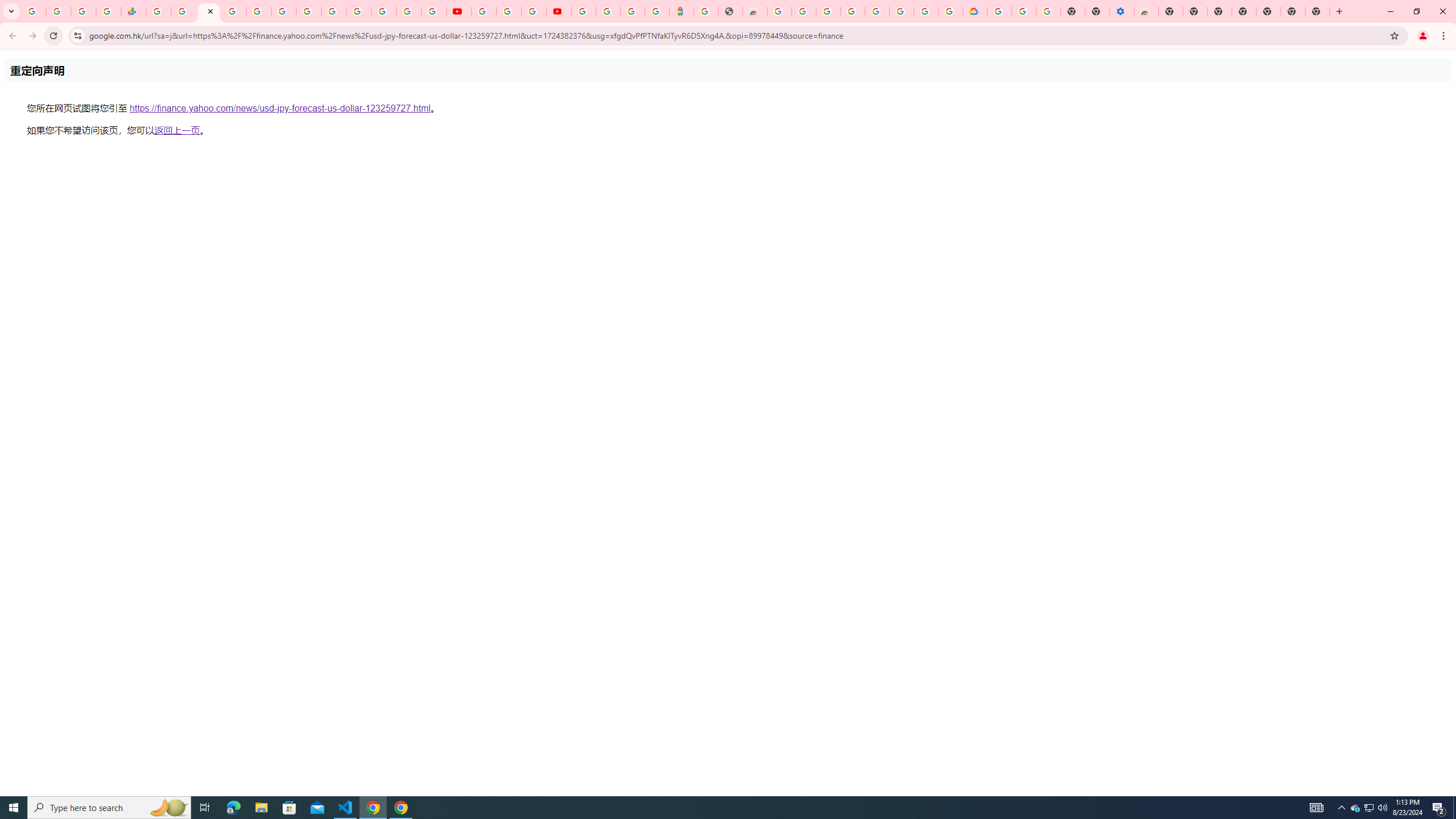  I want to click on 'Turn cookies on or off - Computer - Google Account Help', so click(1048, 11).